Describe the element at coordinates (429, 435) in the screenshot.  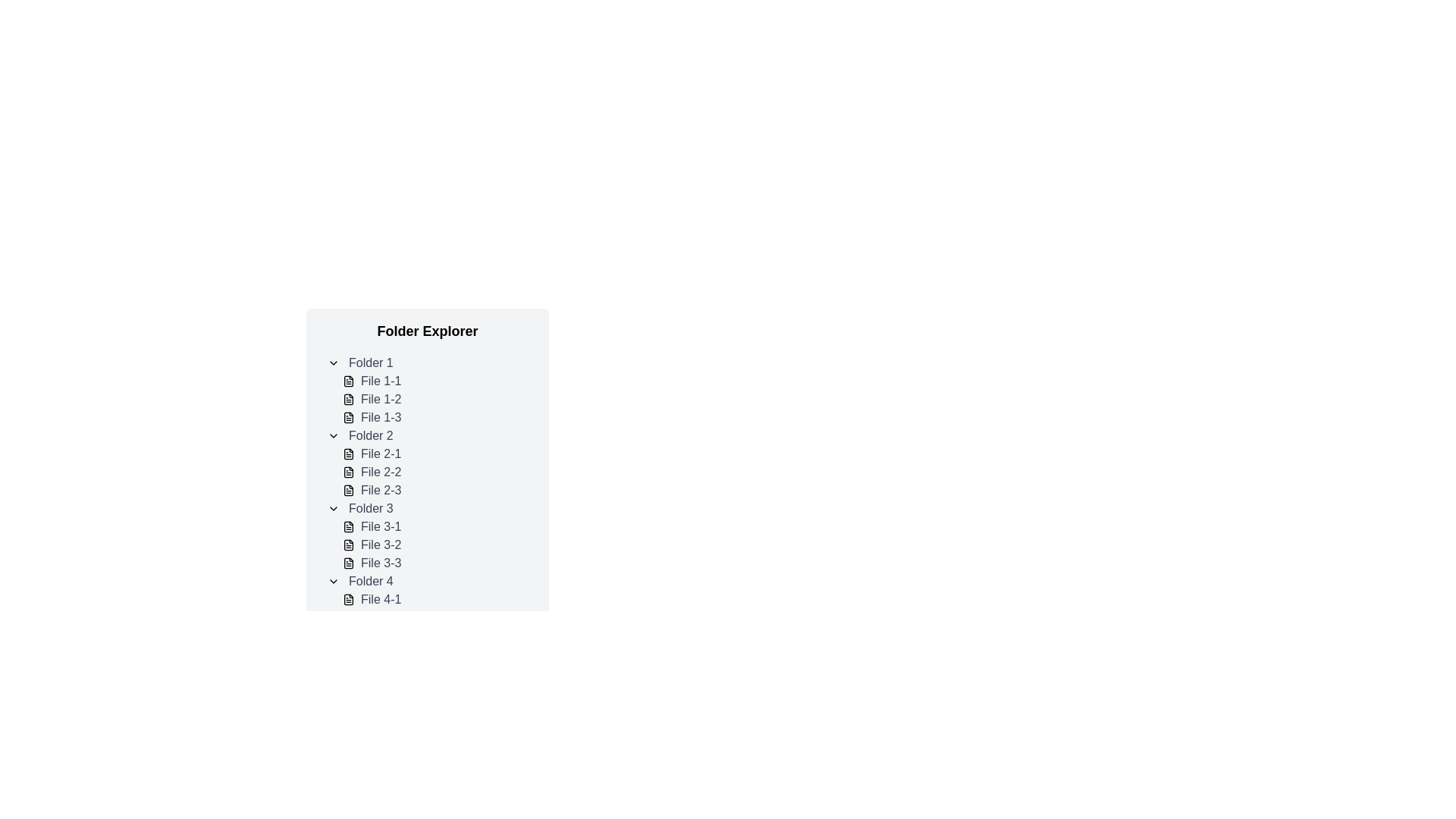
I see `the second top-level folder` at that location.